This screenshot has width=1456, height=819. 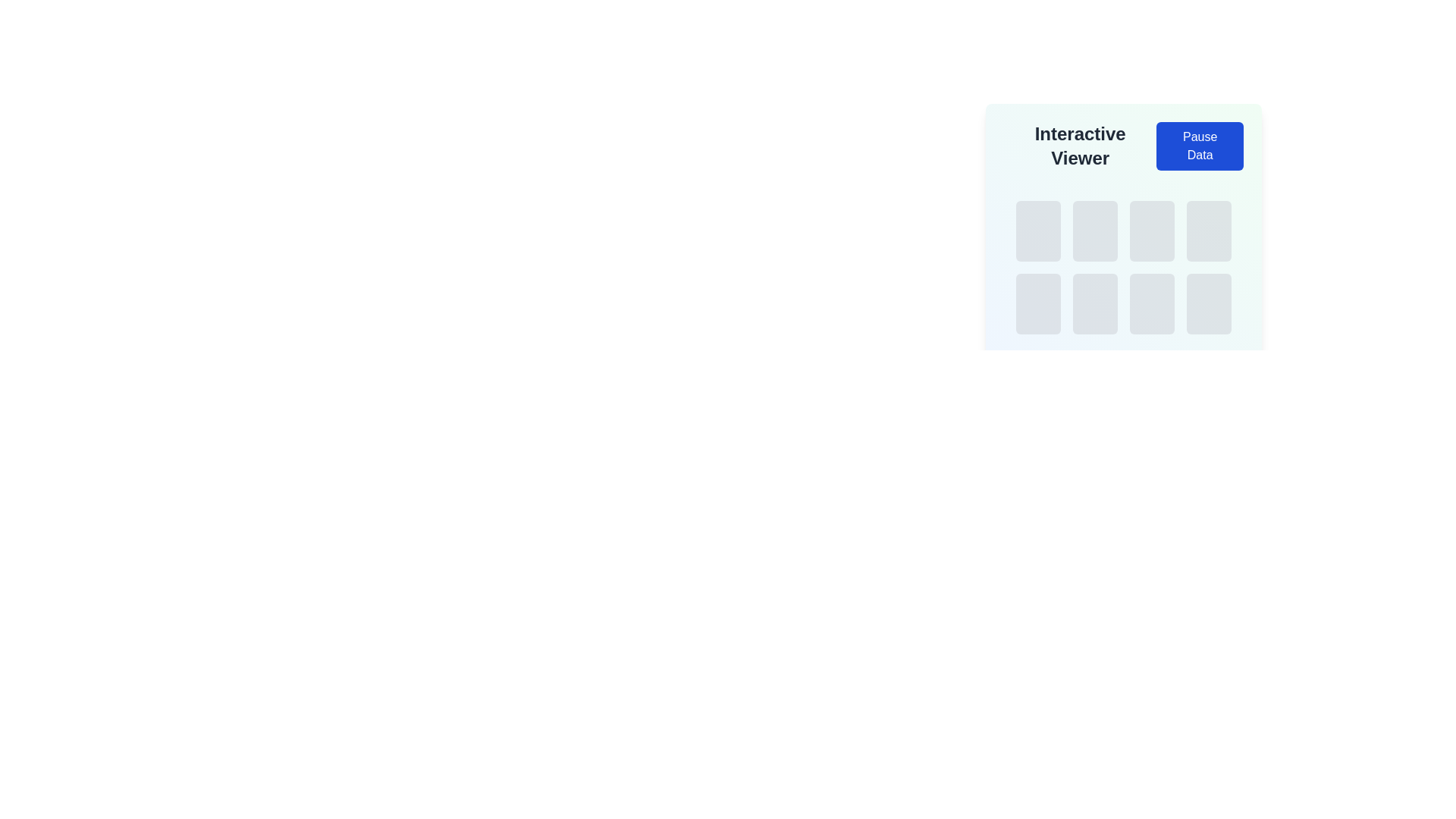 I want to click on the visual placeholder loading box, which is a rectangular box with rounded corners and a gray background, located in the top row as the second item in a grid layout, so click(x=1095, y=231).